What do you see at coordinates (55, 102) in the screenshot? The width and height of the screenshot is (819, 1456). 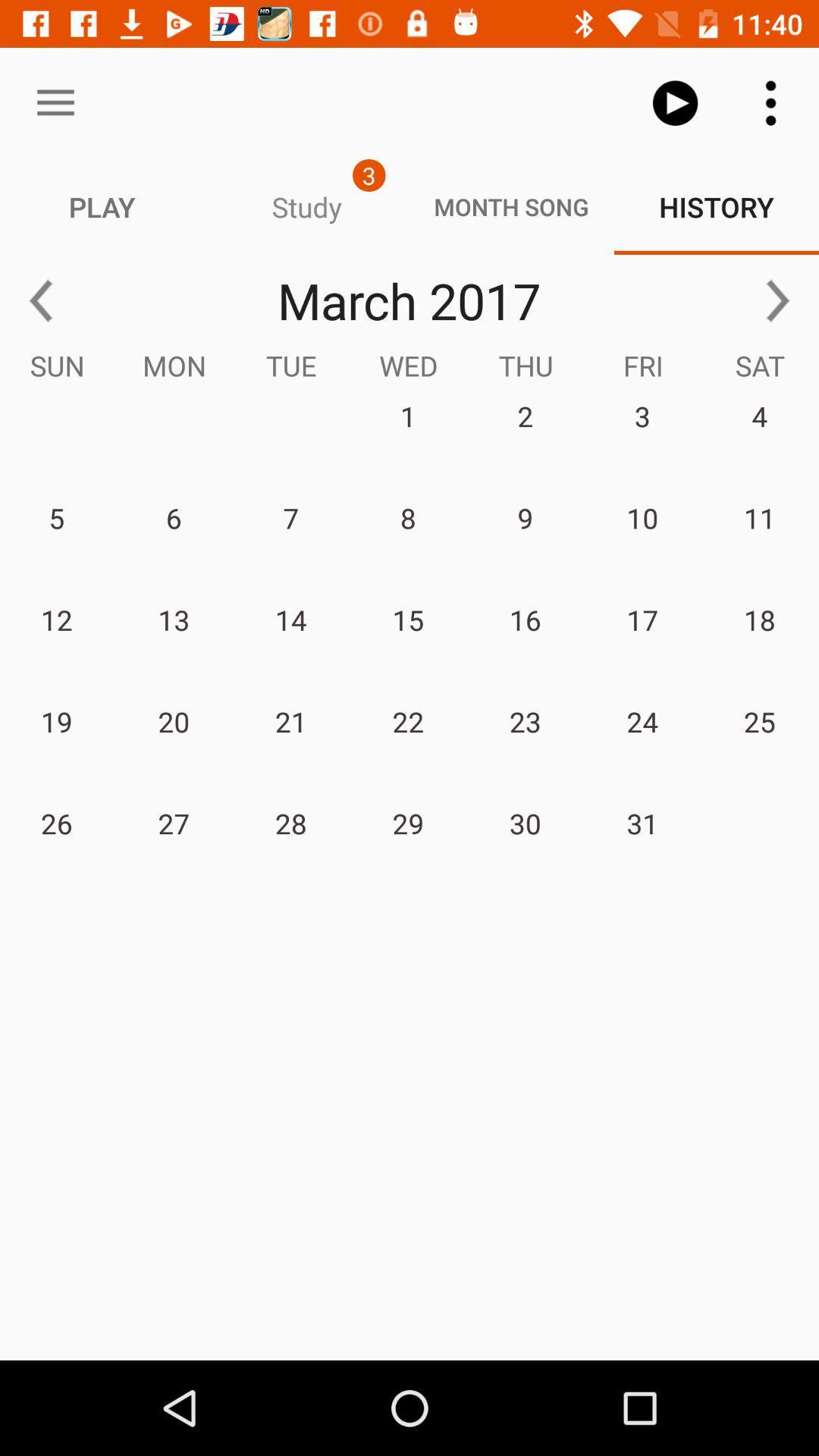 I see `the item to the left of the 3` at bounding box center [55, 102].